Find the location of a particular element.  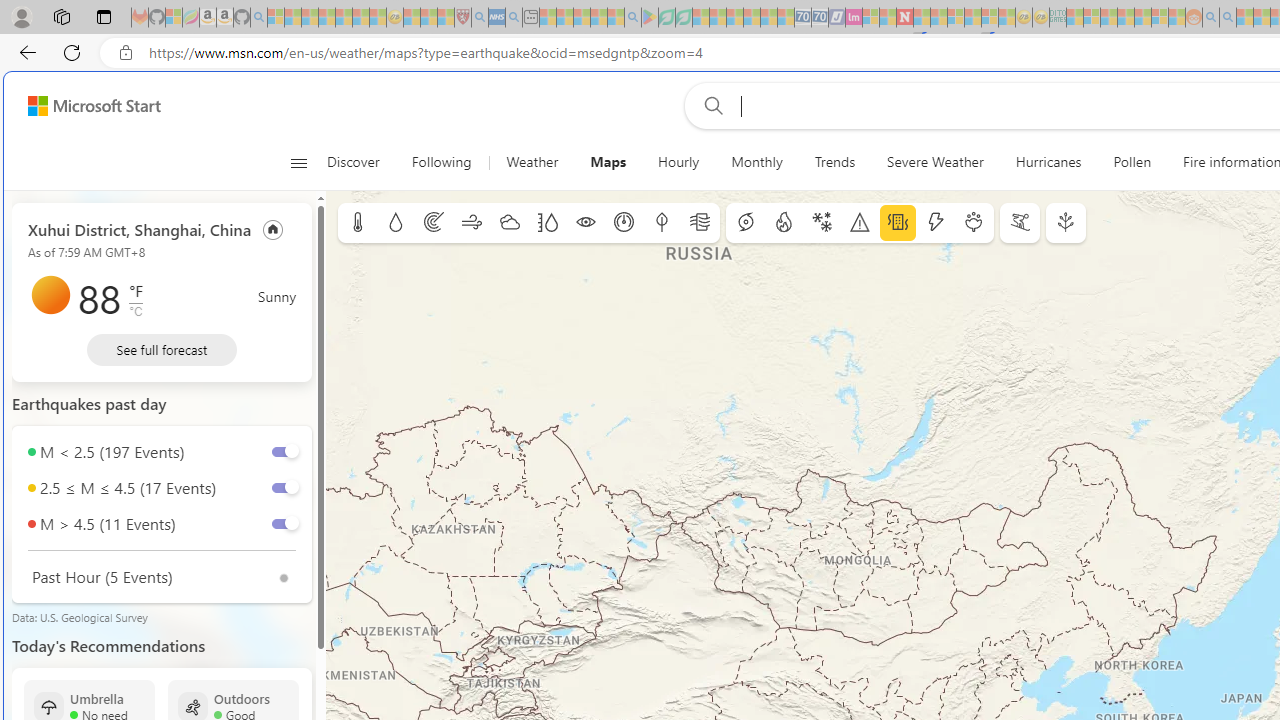

'E-tree' is located at coordinates (1065, 223).